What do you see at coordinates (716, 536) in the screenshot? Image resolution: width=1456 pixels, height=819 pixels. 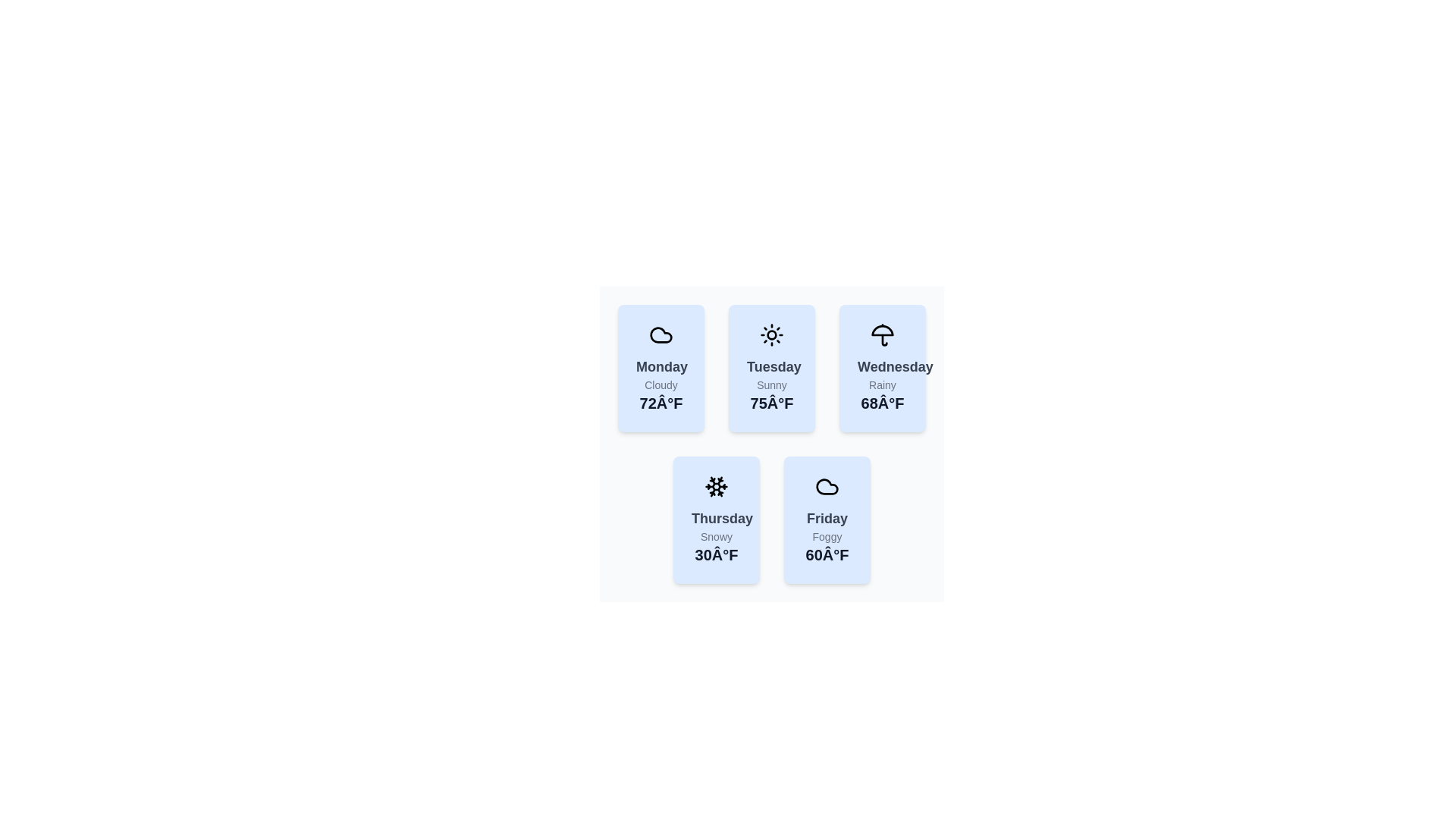 I see `descriptive text indicating the weather condition ('Snowy') for the day ('Thursday'), which is positioned in the center-left area of the card labeled 'Thursday'` at bounding box center [716, 536].